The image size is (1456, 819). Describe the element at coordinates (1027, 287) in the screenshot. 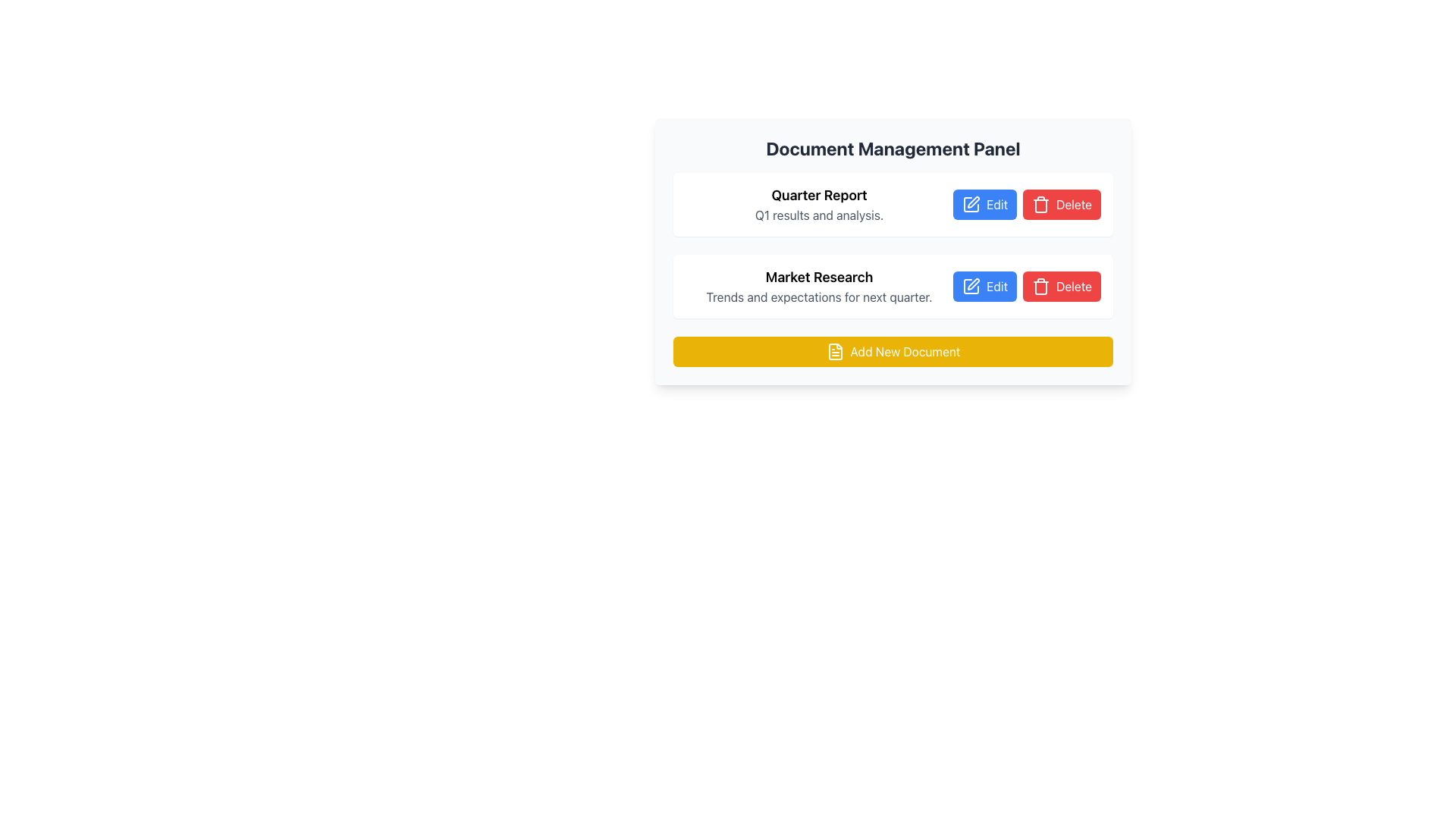

I see `the Action button group containing 'Edit' and 'Delete' buttons within the 'Market Research' section` at that location.